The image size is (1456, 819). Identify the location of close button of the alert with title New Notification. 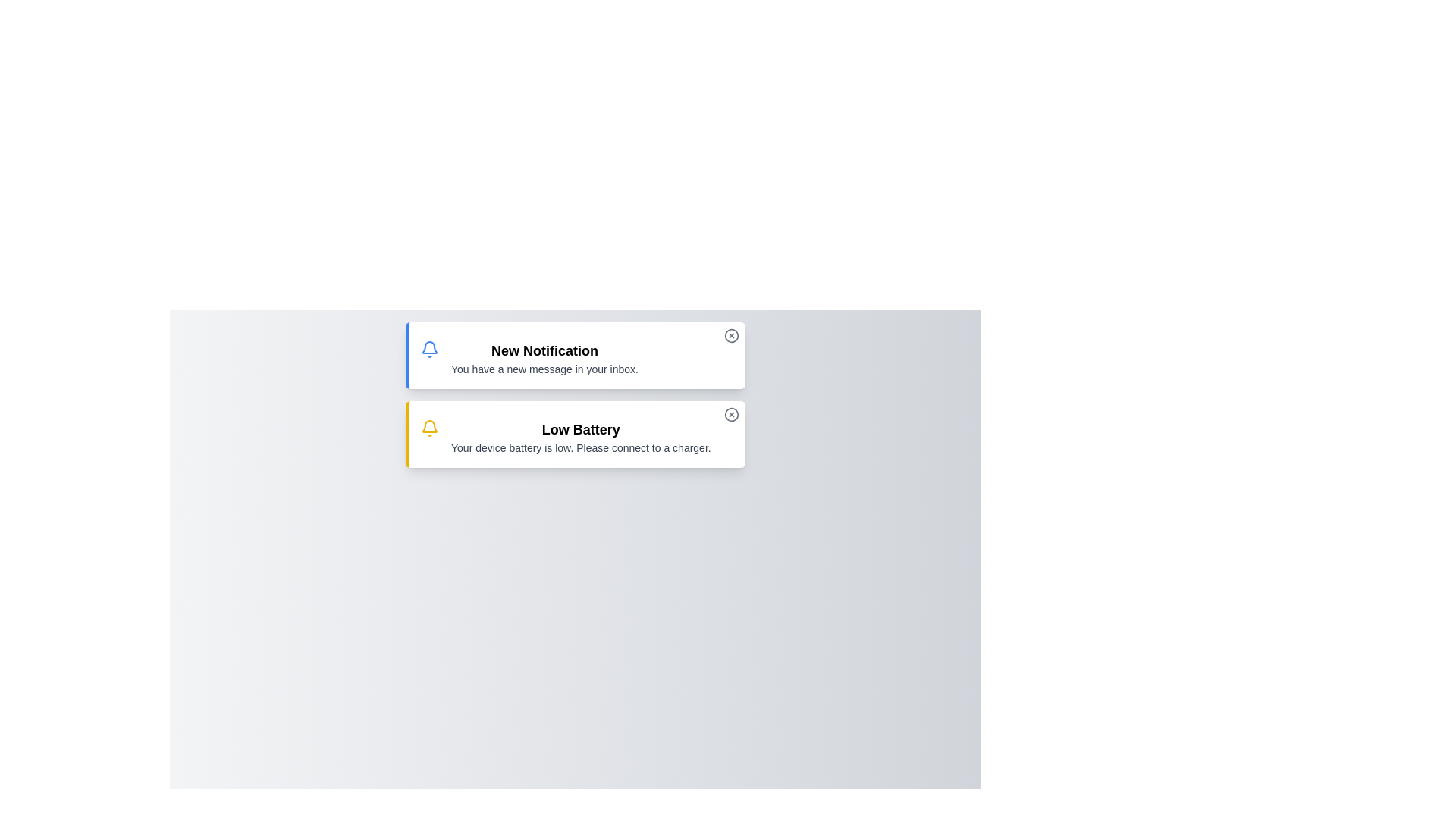
(731, 335).